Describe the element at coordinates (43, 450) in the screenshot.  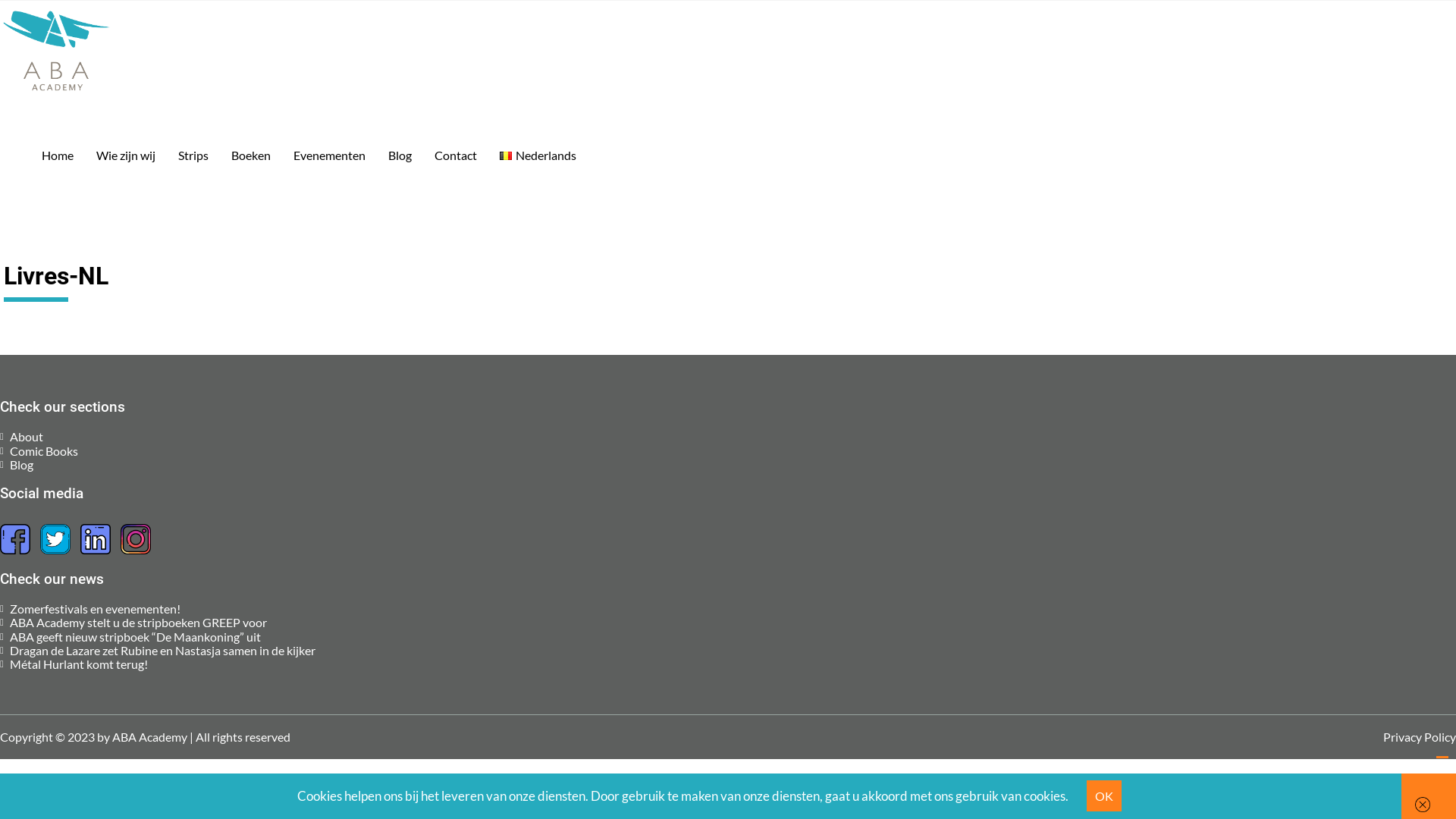
I see `'Comic Books'` at that location.